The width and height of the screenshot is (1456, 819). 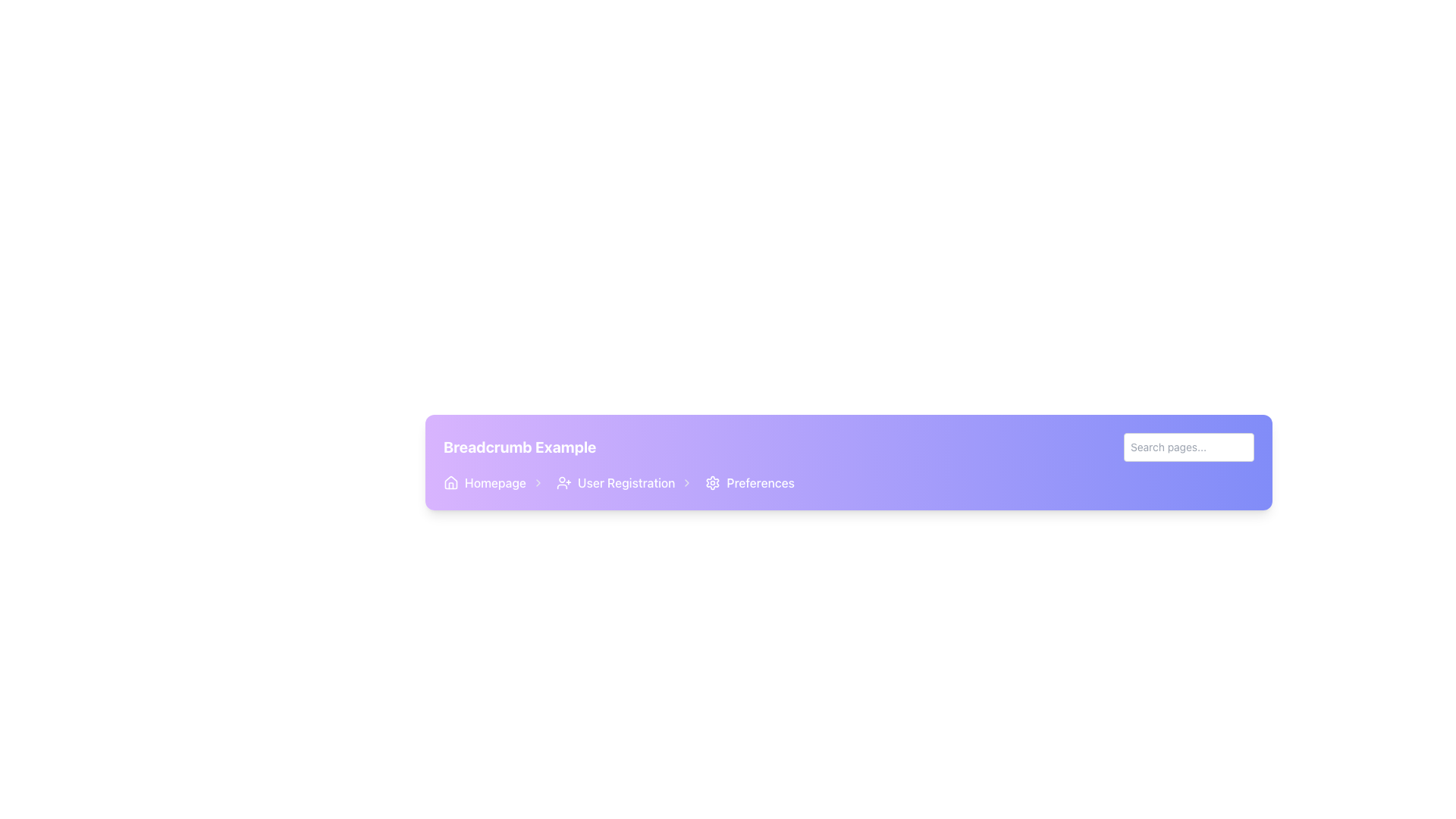 I want to click on the text input field with the placeholder 'Search pages...' to focus on it, so click(x=1188, y=447).